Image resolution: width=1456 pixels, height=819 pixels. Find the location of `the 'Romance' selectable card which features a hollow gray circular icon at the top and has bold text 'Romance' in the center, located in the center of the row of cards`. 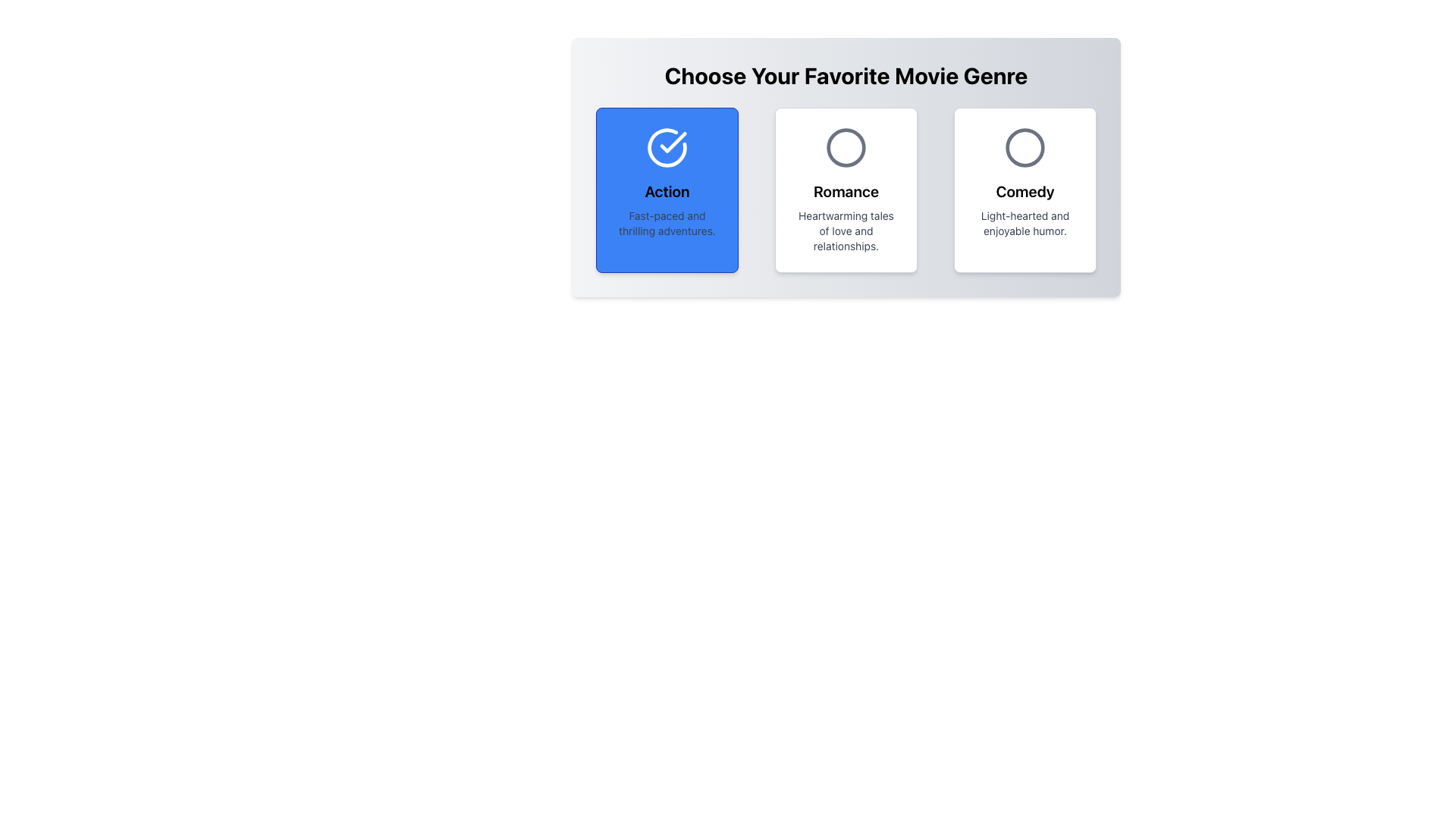

the 'Romance' selectable card which features a hollow gray circular icon at the top and has bold text 'Romance' in the center, located in the center of the row of cards is located at coordinates (846, 189).